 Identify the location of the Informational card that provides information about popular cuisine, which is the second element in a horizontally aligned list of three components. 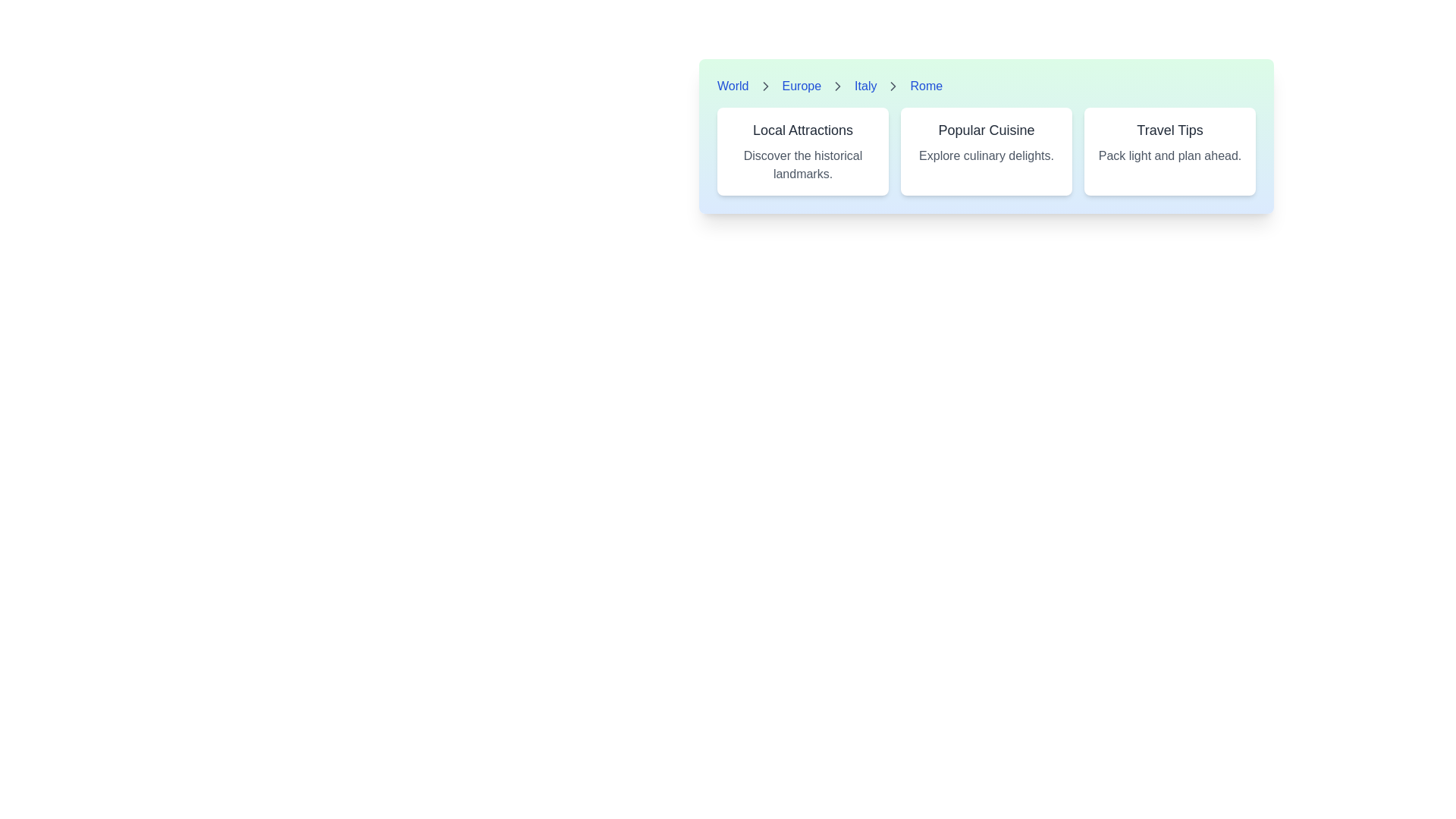
(986, 136).